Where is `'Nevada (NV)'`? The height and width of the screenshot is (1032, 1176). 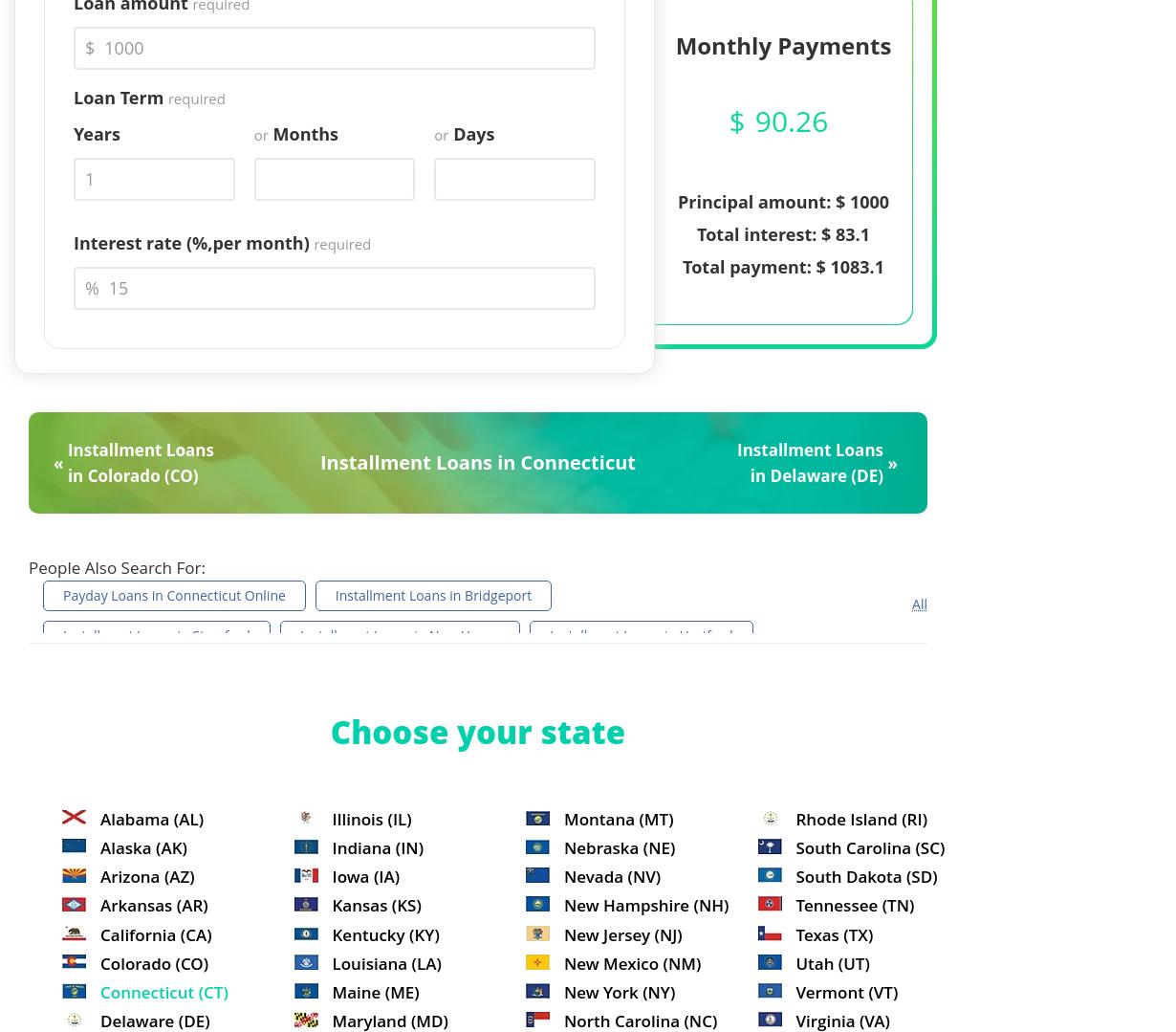 'Nevada (NV)' is located at coordinates (612, 876).